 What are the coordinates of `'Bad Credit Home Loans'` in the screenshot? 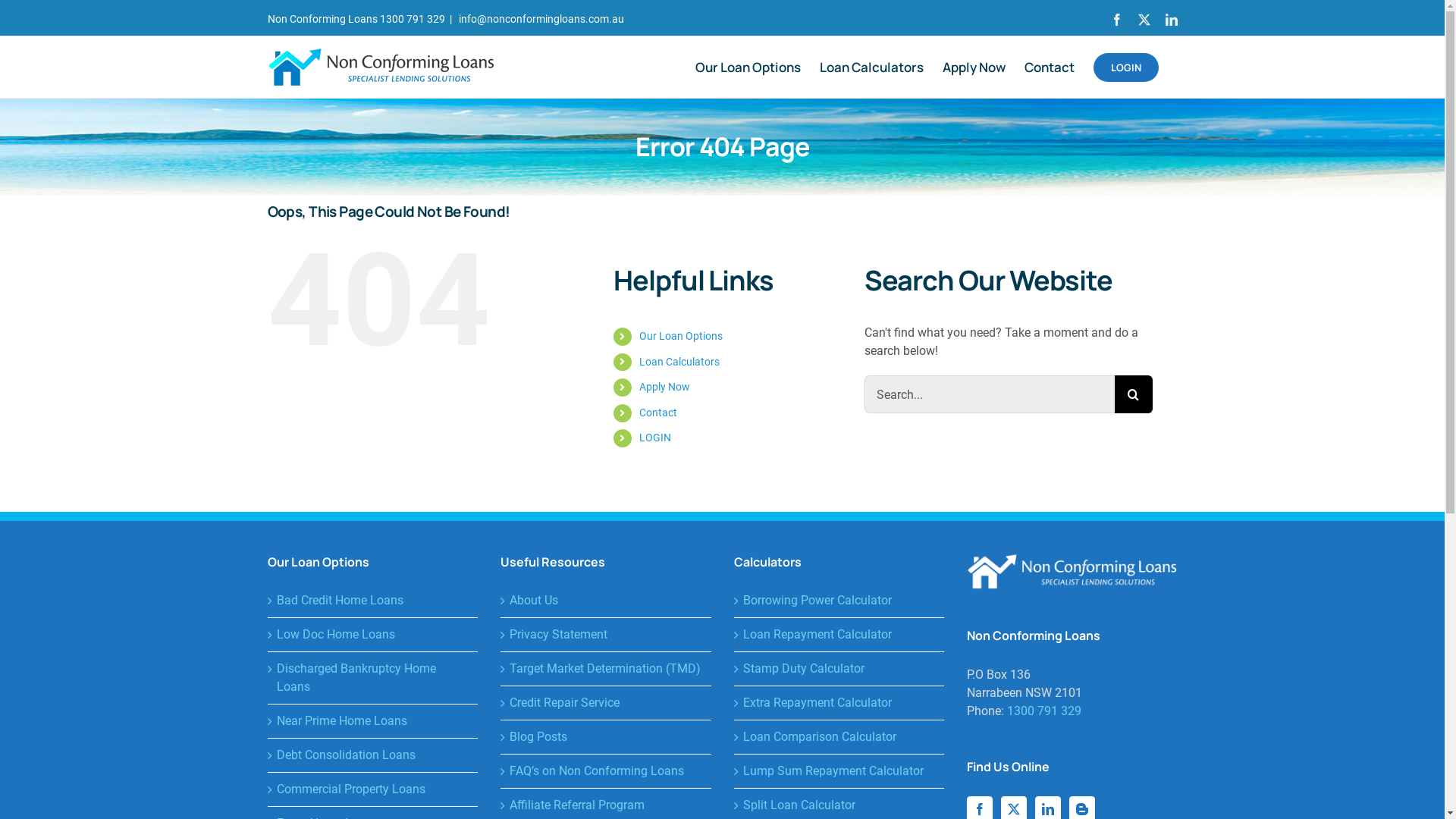 It's located at (372, 599).